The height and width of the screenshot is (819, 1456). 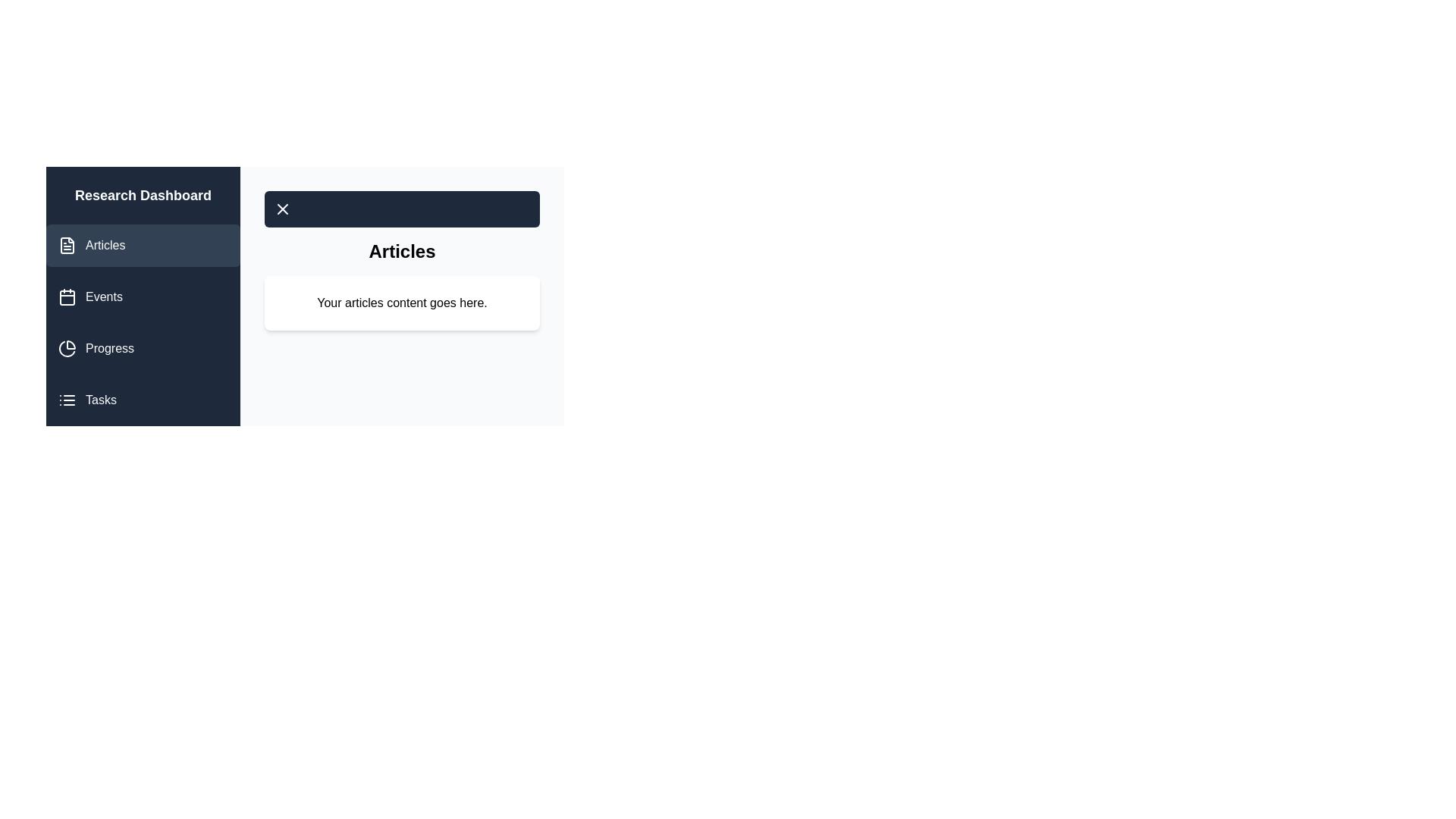 What do you see at coordinates (143, 348) in the screenshot?
I see `the Progress section in the sidebar to navigate` at bounding box center [143, 348].